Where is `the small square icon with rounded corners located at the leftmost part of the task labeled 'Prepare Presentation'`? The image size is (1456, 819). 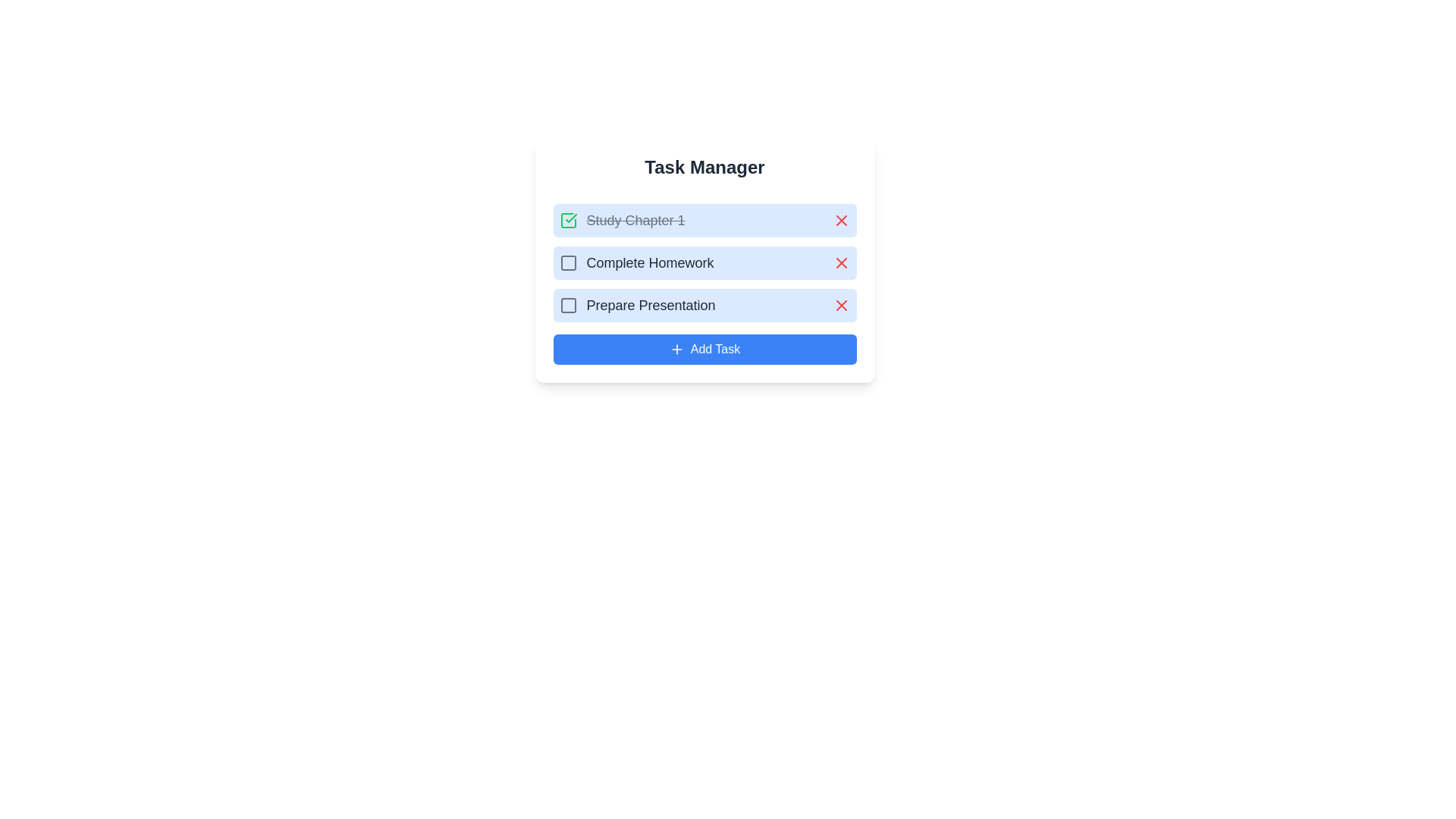 the small square icon with rounded corners located at the leftmost part of the task labeled 'Prepare Presentation' is located at coordinates (567, 305).